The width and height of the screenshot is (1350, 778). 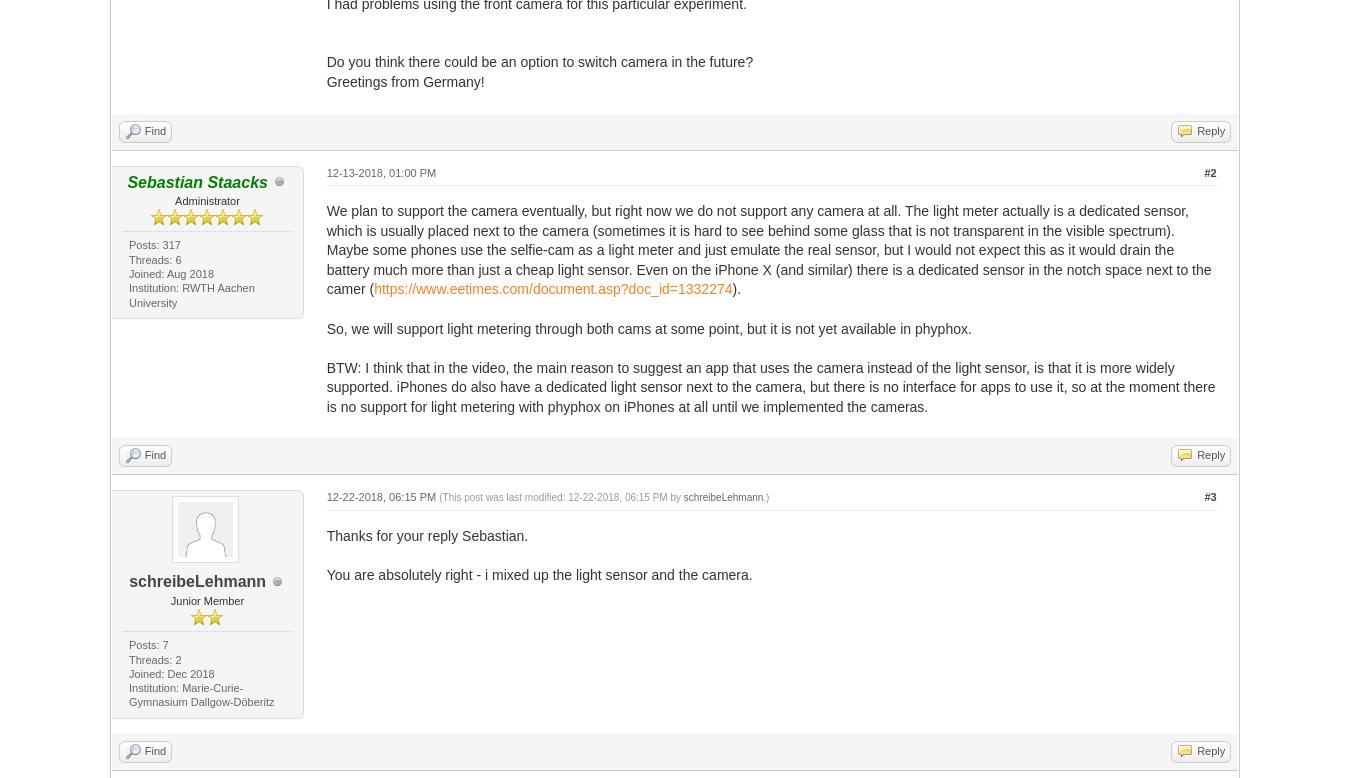 I want to click on 'Administrator', so click(x=206, y=199).